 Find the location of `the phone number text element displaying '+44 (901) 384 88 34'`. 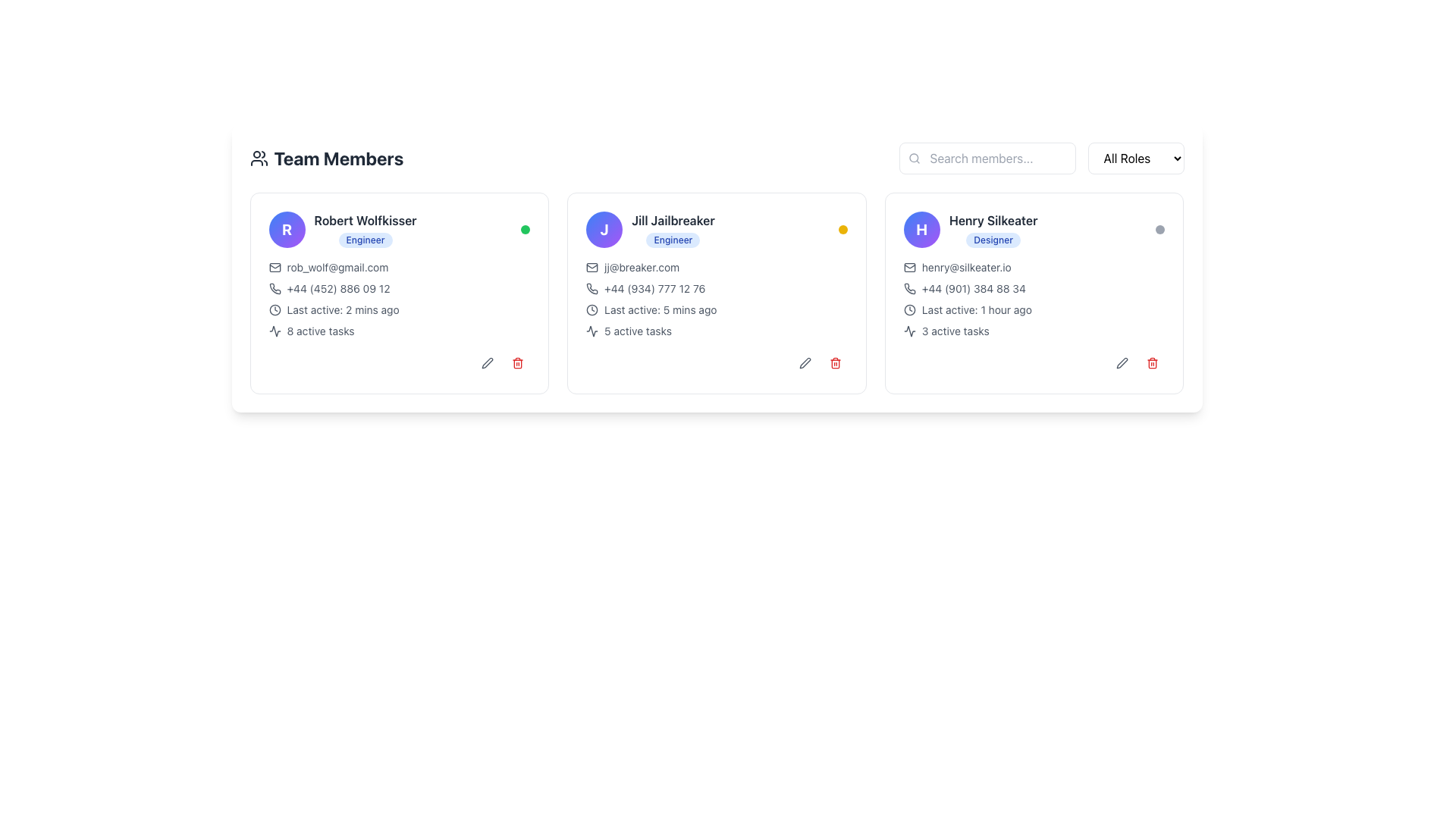

the phone number text element displaying '+44 (901) 384 88 34' is located at coordinates (973, 289).